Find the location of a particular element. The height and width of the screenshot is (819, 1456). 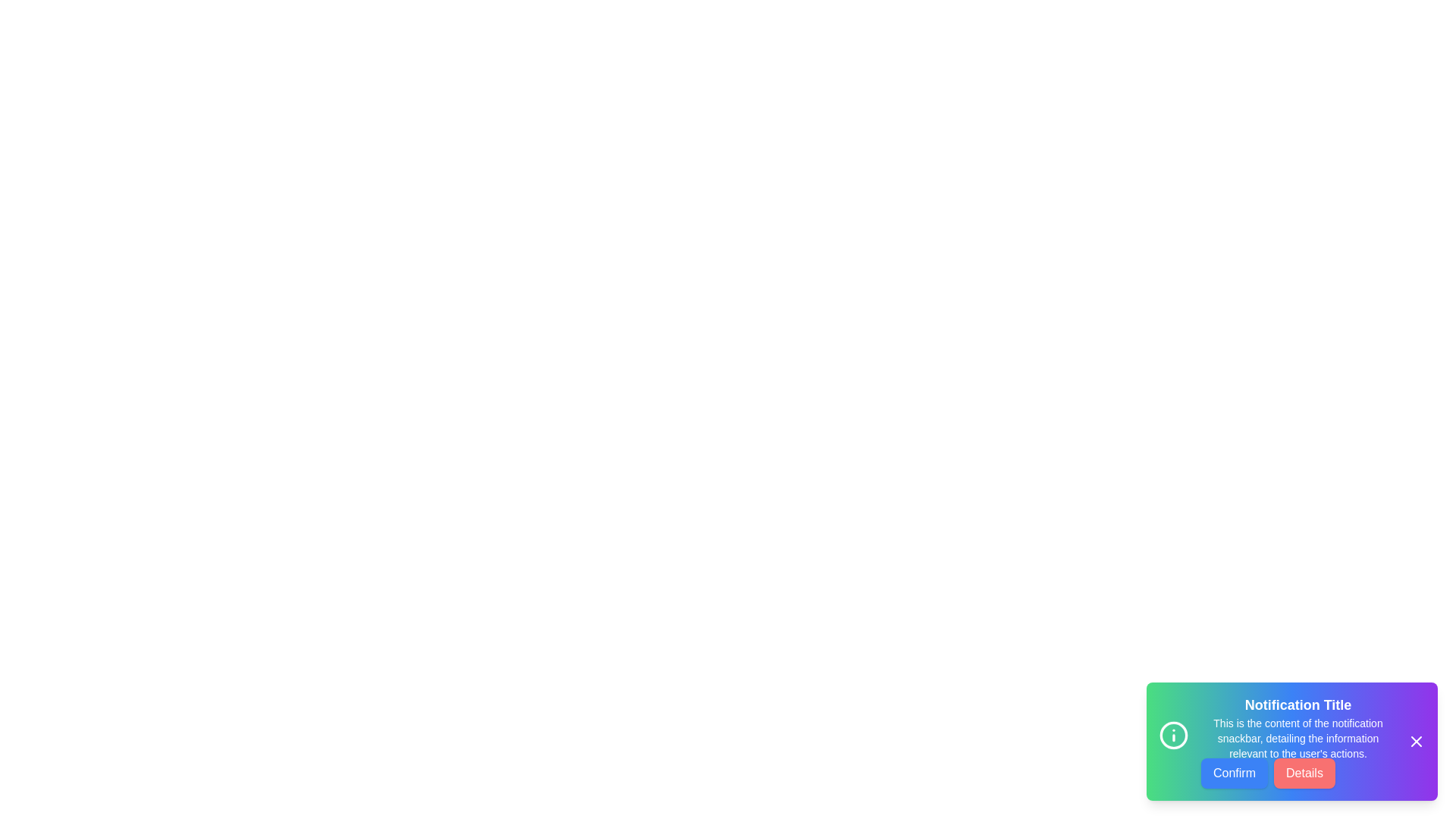

the notification content text by clicking and dragging over it is located at coordinates (1200, 716).